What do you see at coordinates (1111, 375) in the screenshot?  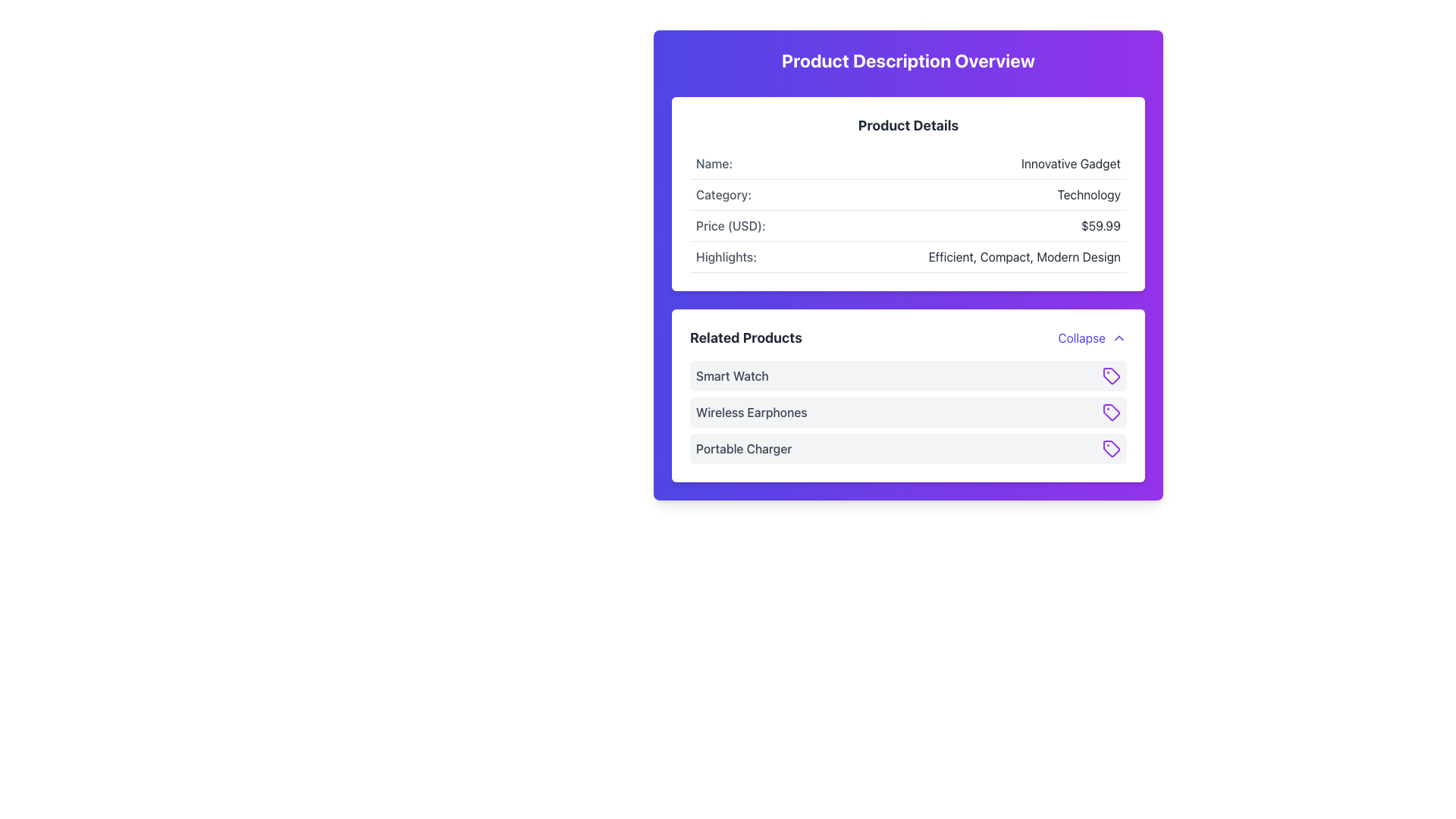 I see `the purple tag icon with a circular cutout located at the right end of the 'Smart Watch' list item in the 'Related Products' section` at bounding box center [1111, 375].